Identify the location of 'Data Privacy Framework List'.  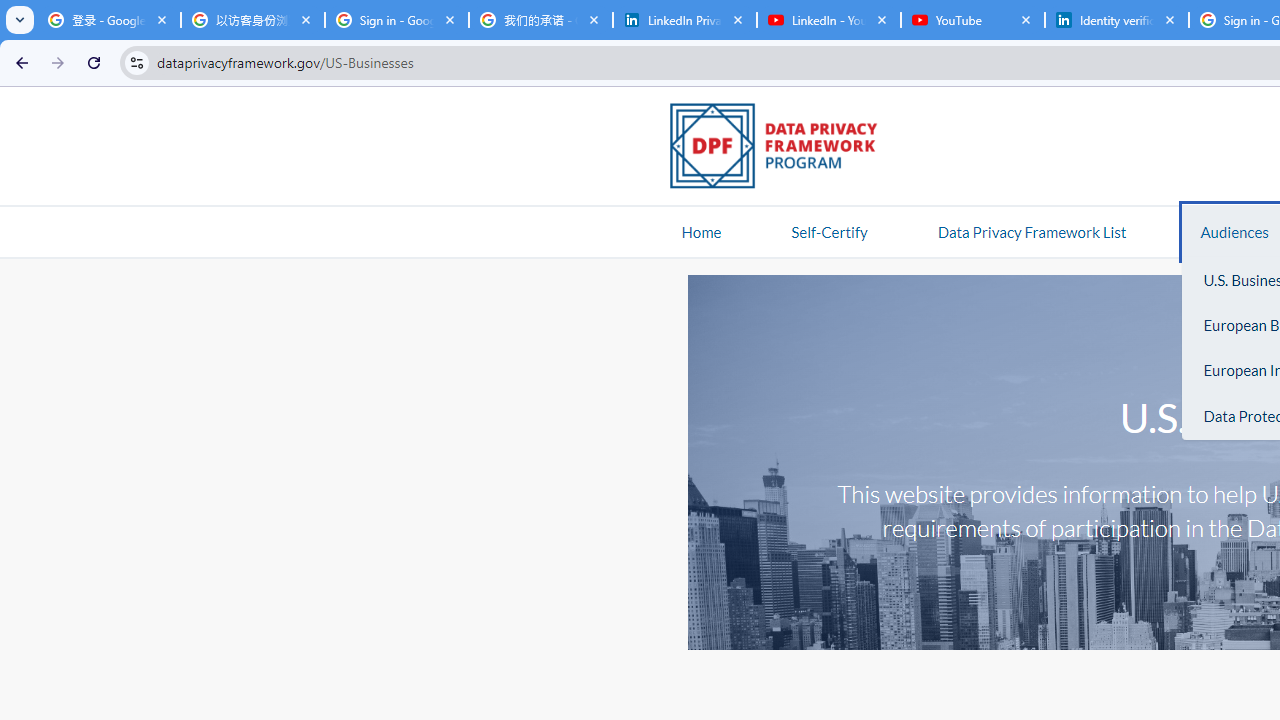
(1031, 230).